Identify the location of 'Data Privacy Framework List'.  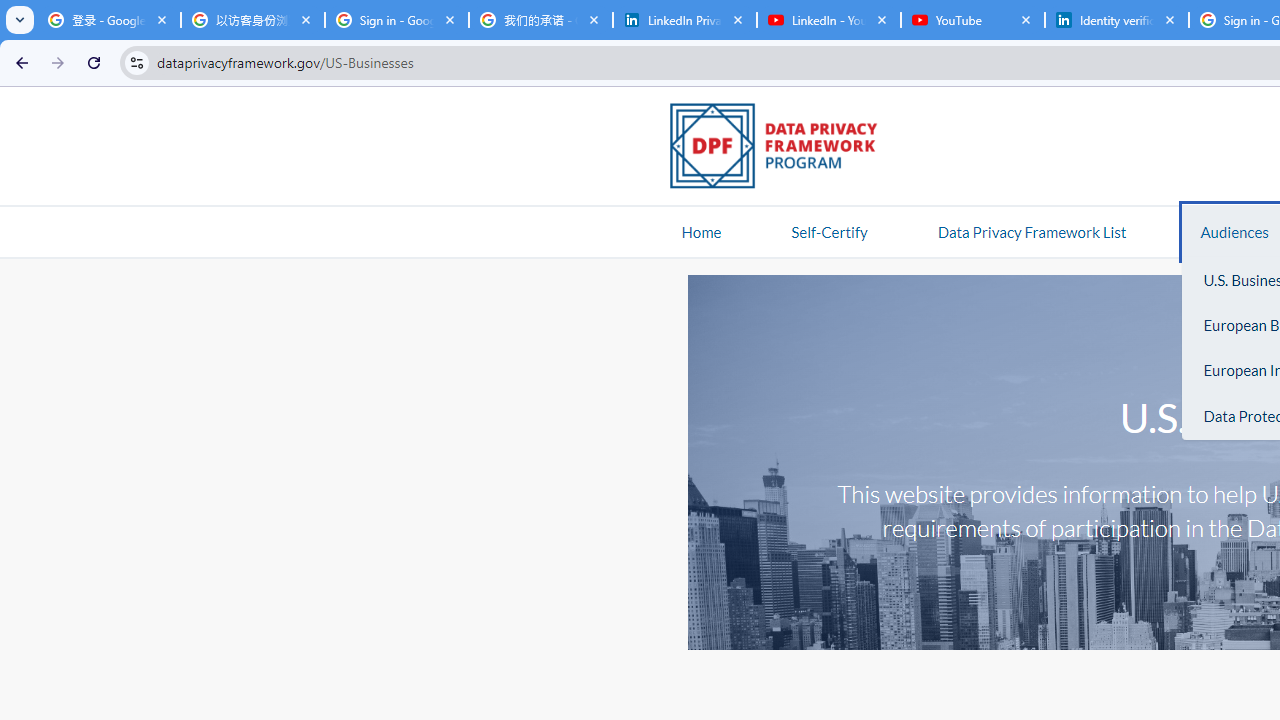
(1031, 230).